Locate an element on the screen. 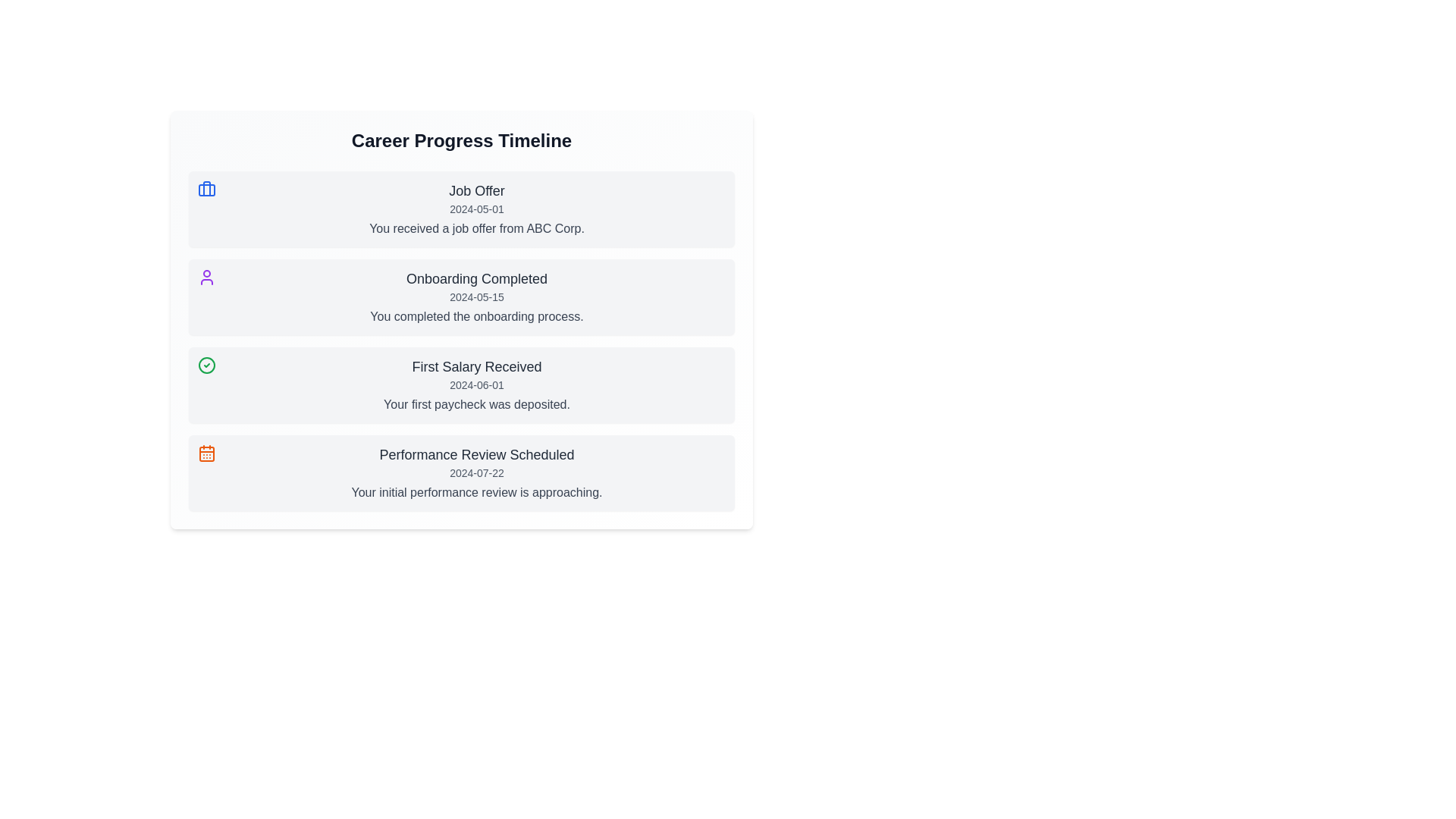  the text label displaying 'Your first paycheck was deposited.' which is located below the '2024-06-01' label in the timeline event component titled 'First Salary Received' is located at coordinates (475, 403).